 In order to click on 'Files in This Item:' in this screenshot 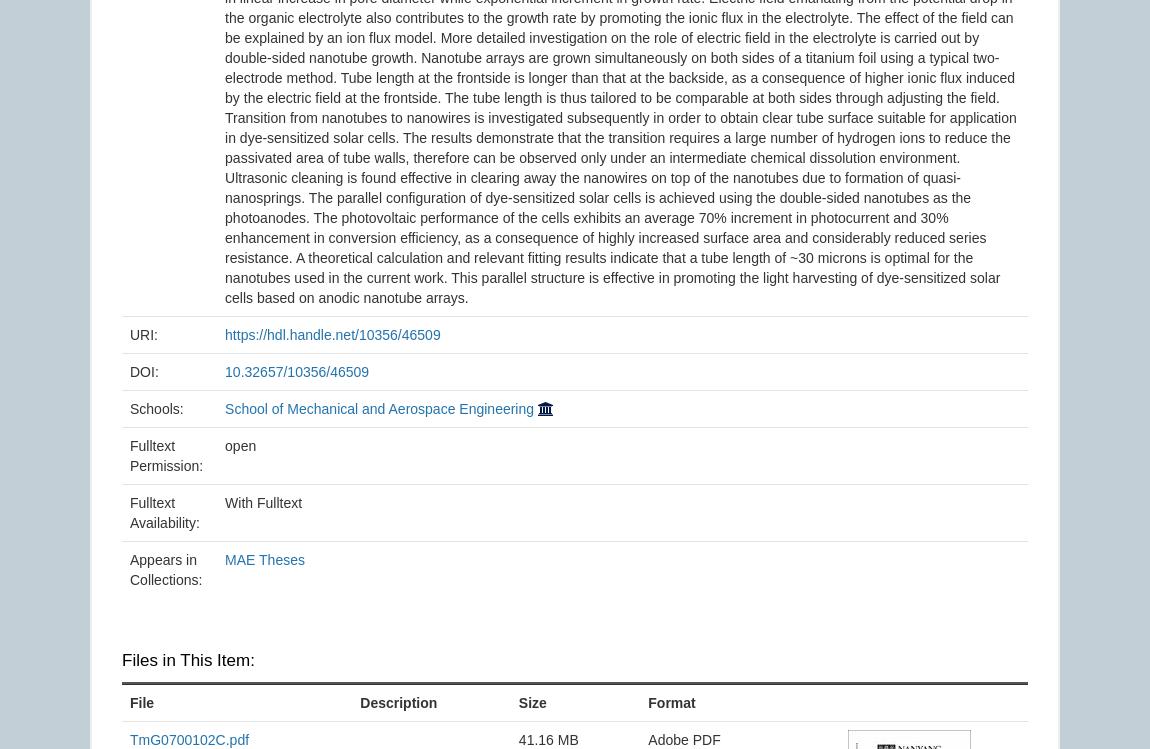, I will do `click(187, 660)`.